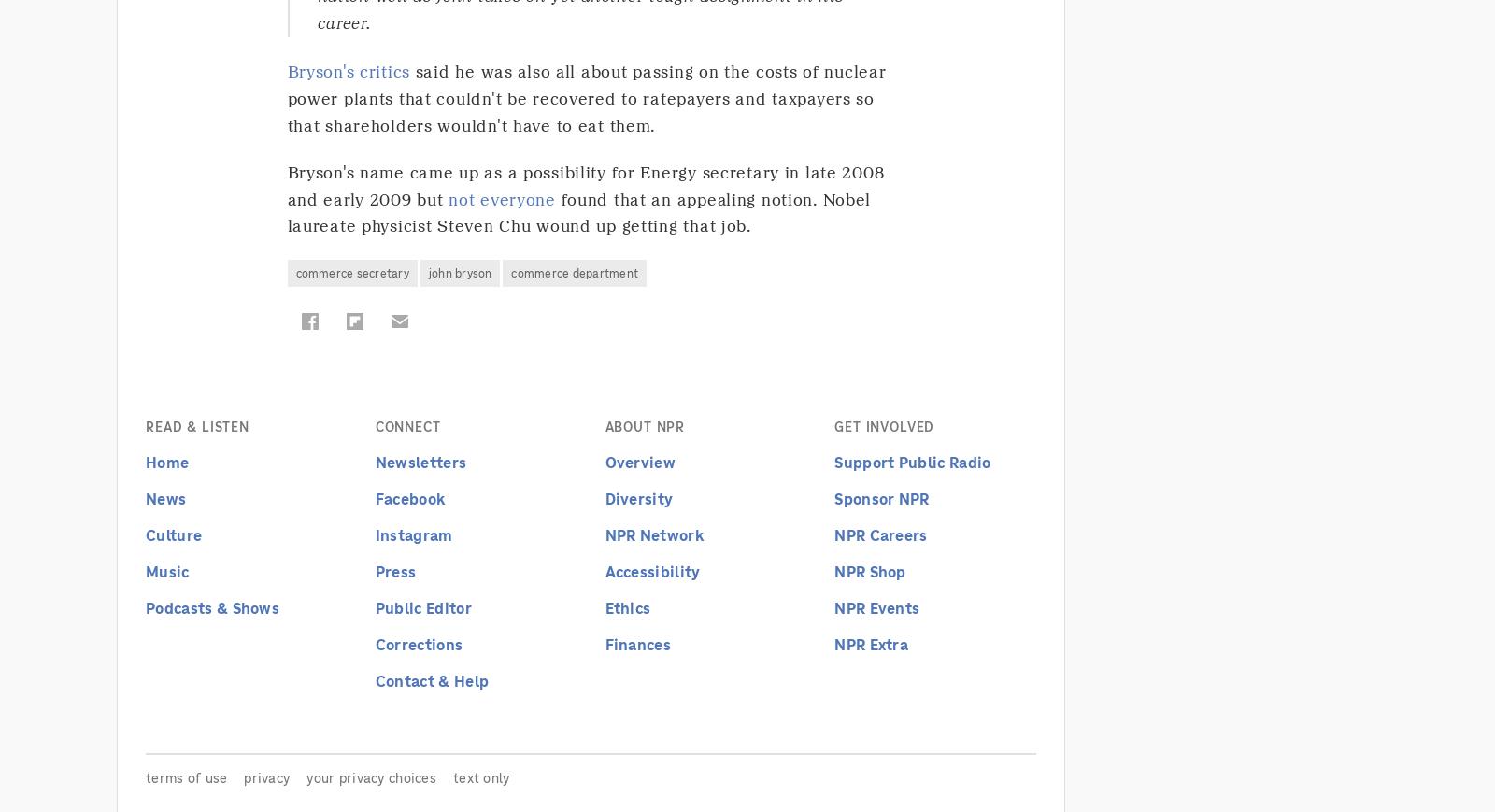 This screenshot has height=812, width=1495. What do you see at coordinates (409, 497) in the screenshot?
I see `'Facebook'` at bounding box center [409, 497].